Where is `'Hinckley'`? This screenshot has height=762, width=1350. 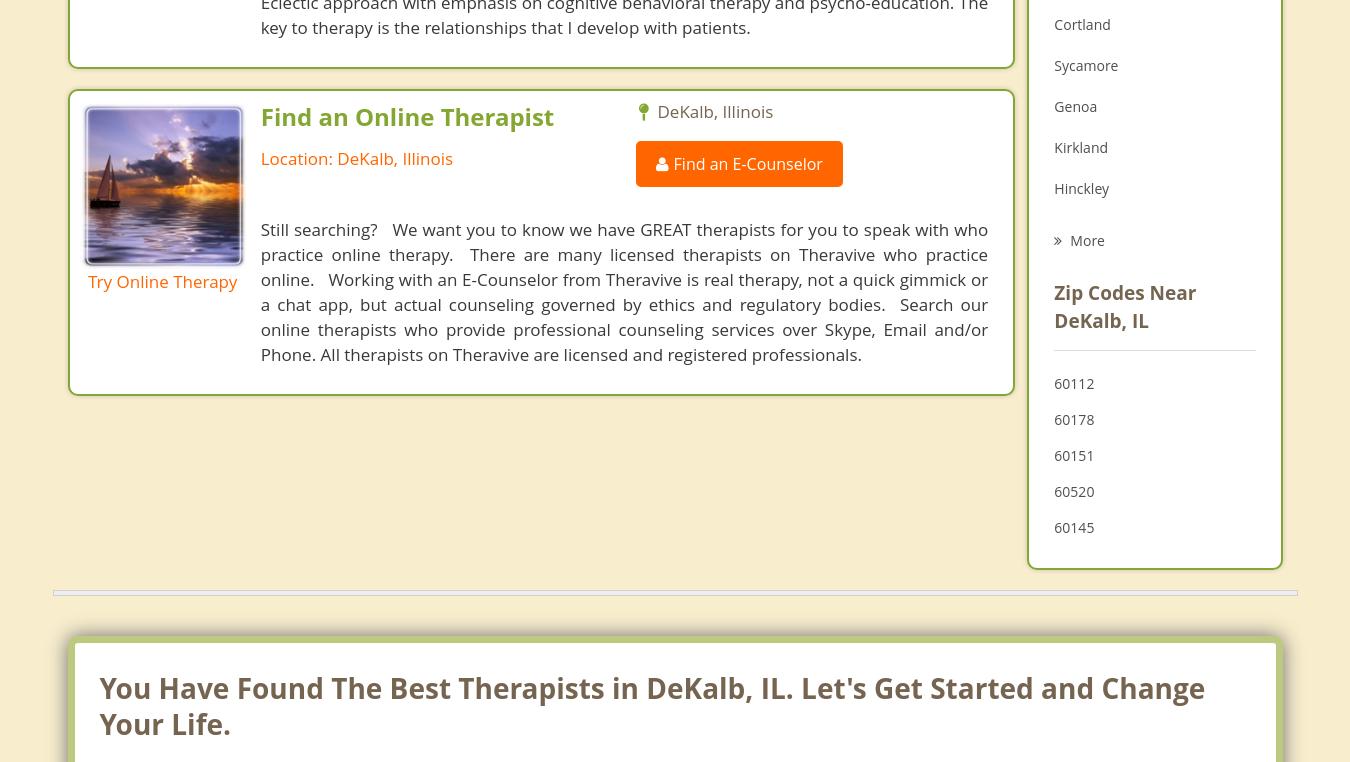
'Hinckley' is located at coordinates (1081, 187).